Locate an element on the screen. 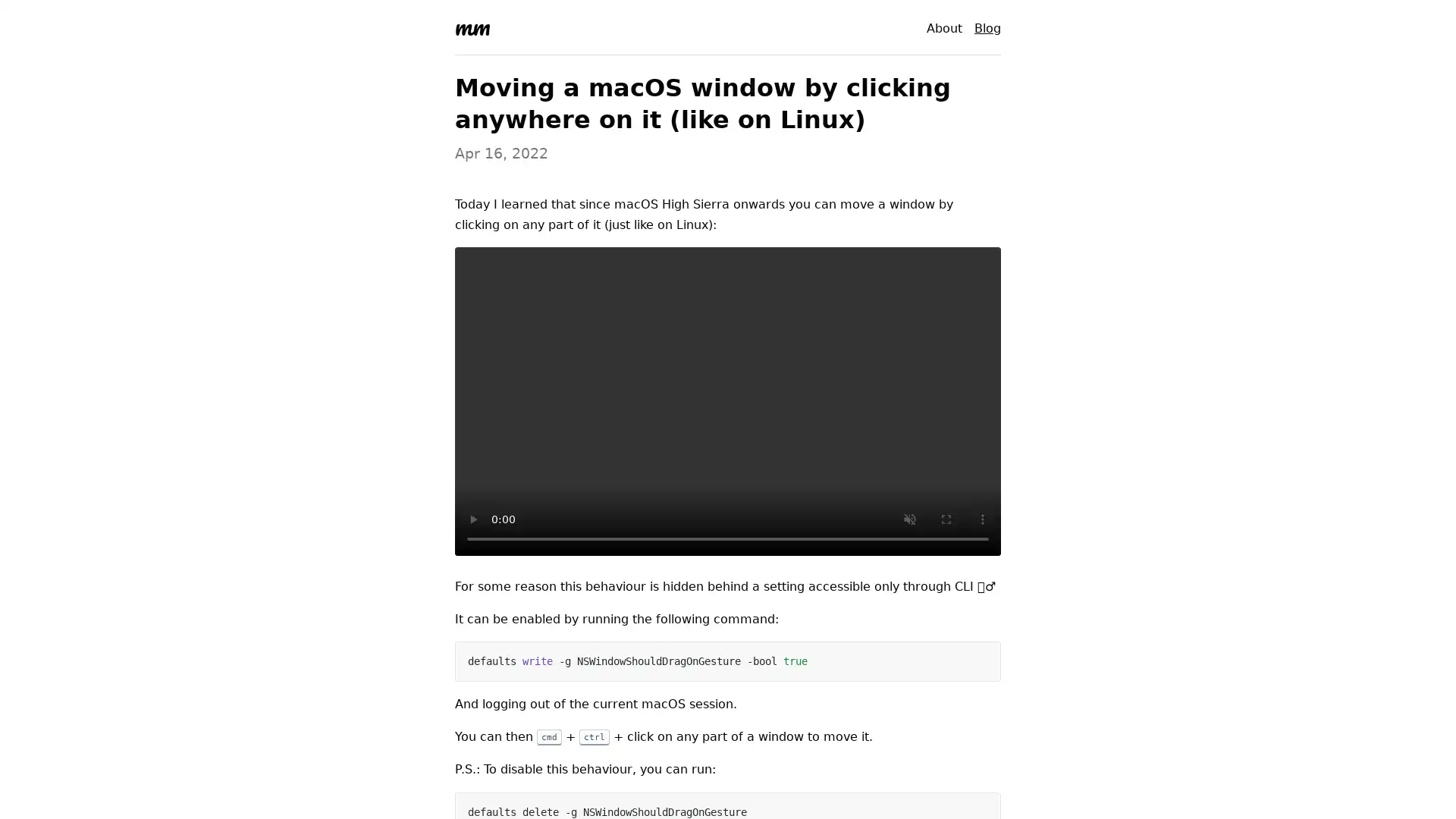 This screenshot has width=1456, height=819. enter full screen is located at coordinates (946, 519).